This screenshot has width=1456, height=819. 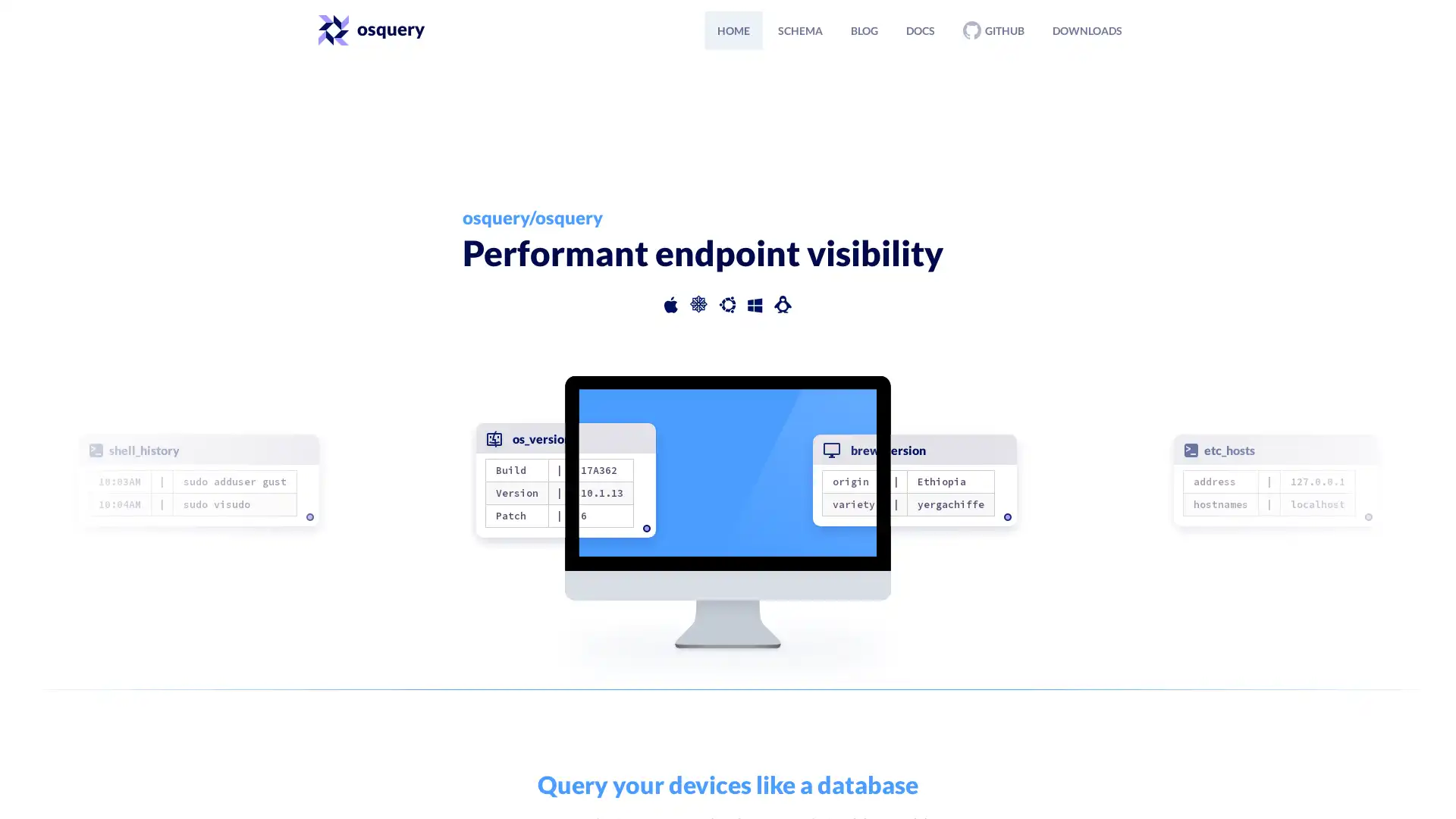 What do you see at coordinates (733, 30) in the screenshot?
I see `HOME` at bounding box center [733, 30].